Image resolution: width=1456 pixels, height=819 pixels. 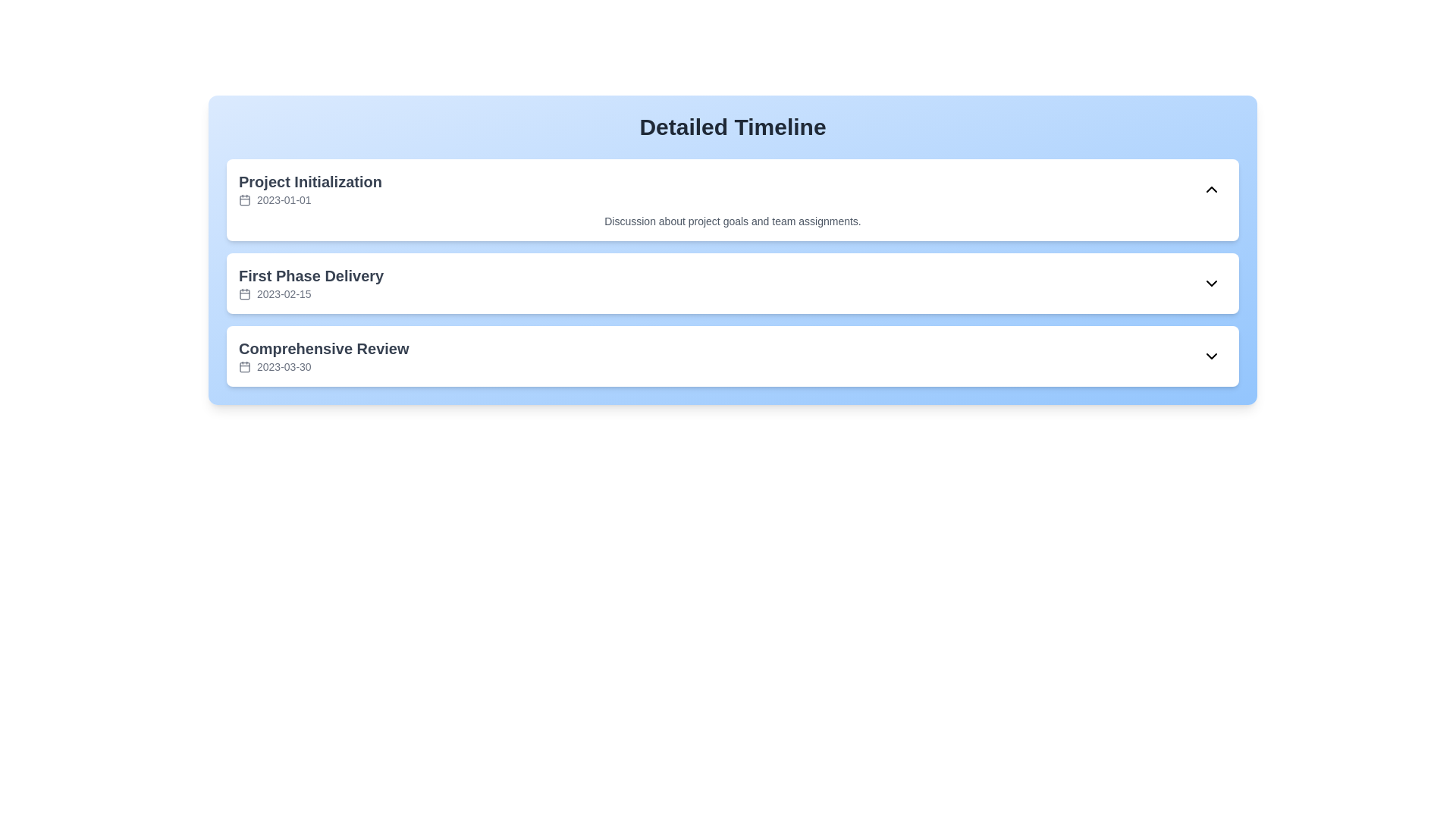 I want to click on the Static text label that serves as a title for the third timeline entry, which is positioned above the date '2023-03-30' and aligned to the left, so click(x=323, y=348).